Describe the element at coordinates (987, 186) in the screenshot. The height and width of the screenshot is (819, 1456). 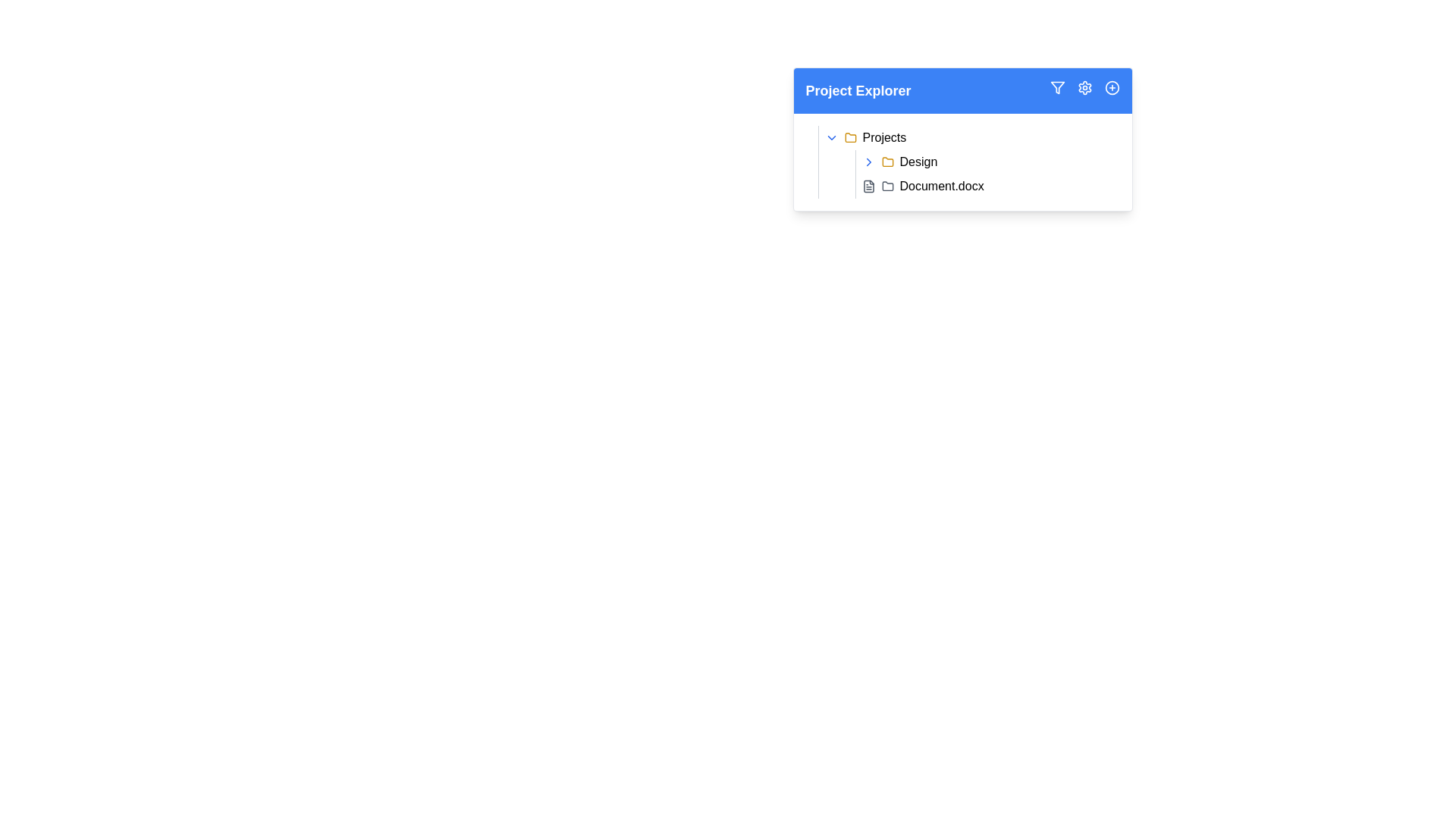
I see `the list item labeled 'Document.docx' under the 'Design' sub-folder` at that location.